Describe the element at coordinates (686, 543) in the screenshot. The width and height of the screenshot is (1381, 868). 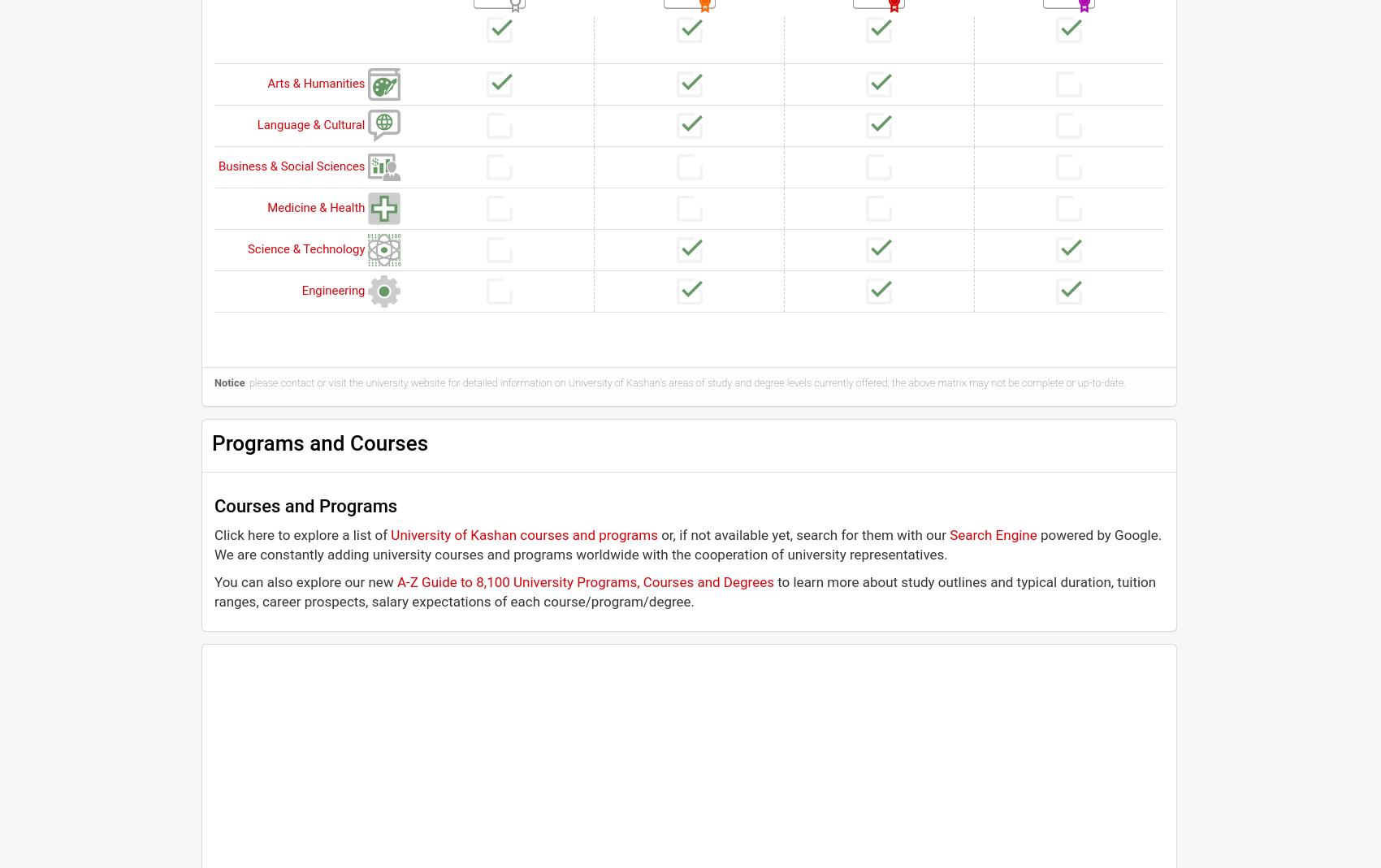
I see `'powered by Google. We are constantly adding university courses and programs worldwide with the cooperation of university representatives.'` at that location.